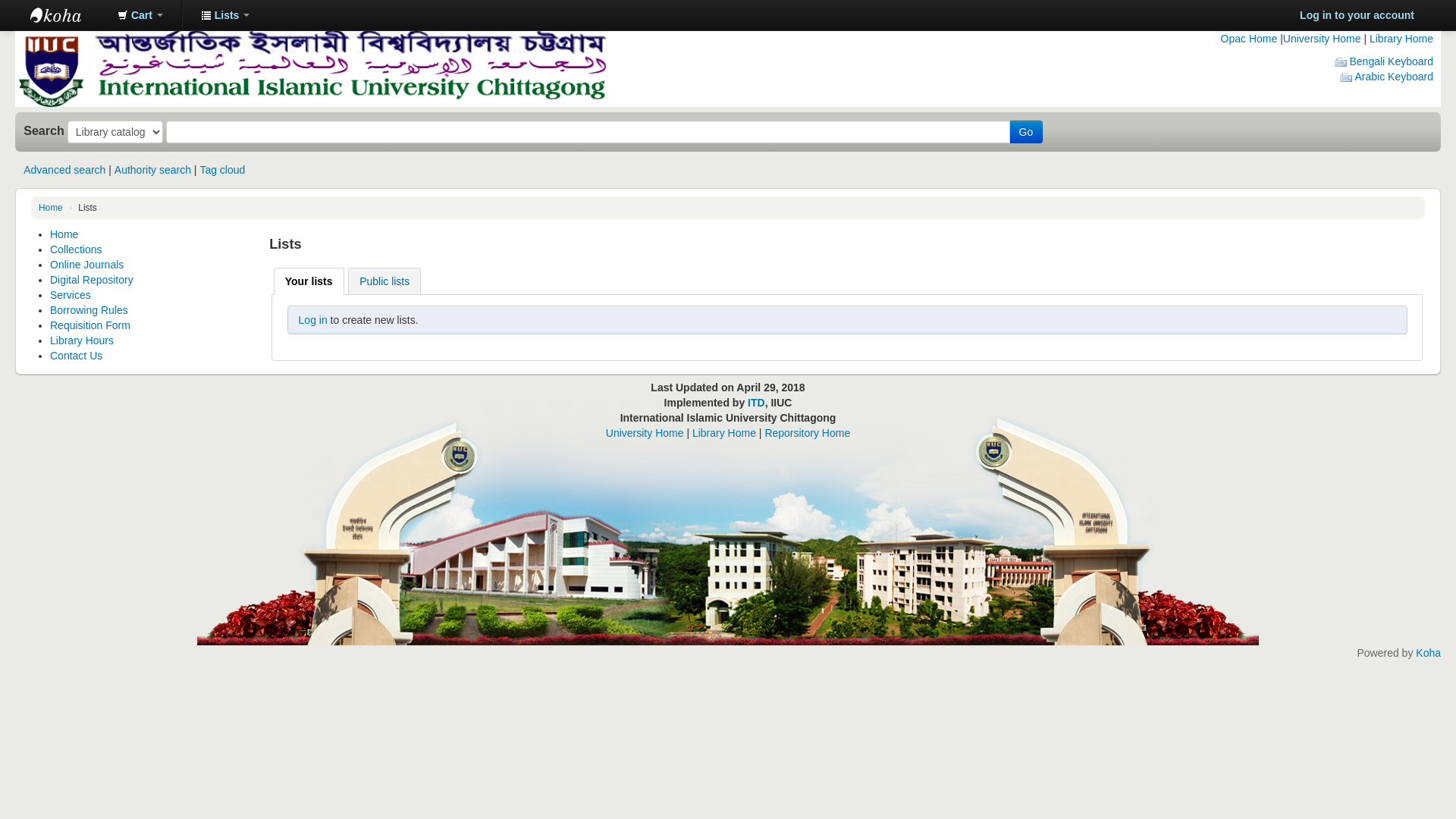 The image size is (1456, 819). I want to click on 'Home', so click(39, 207).